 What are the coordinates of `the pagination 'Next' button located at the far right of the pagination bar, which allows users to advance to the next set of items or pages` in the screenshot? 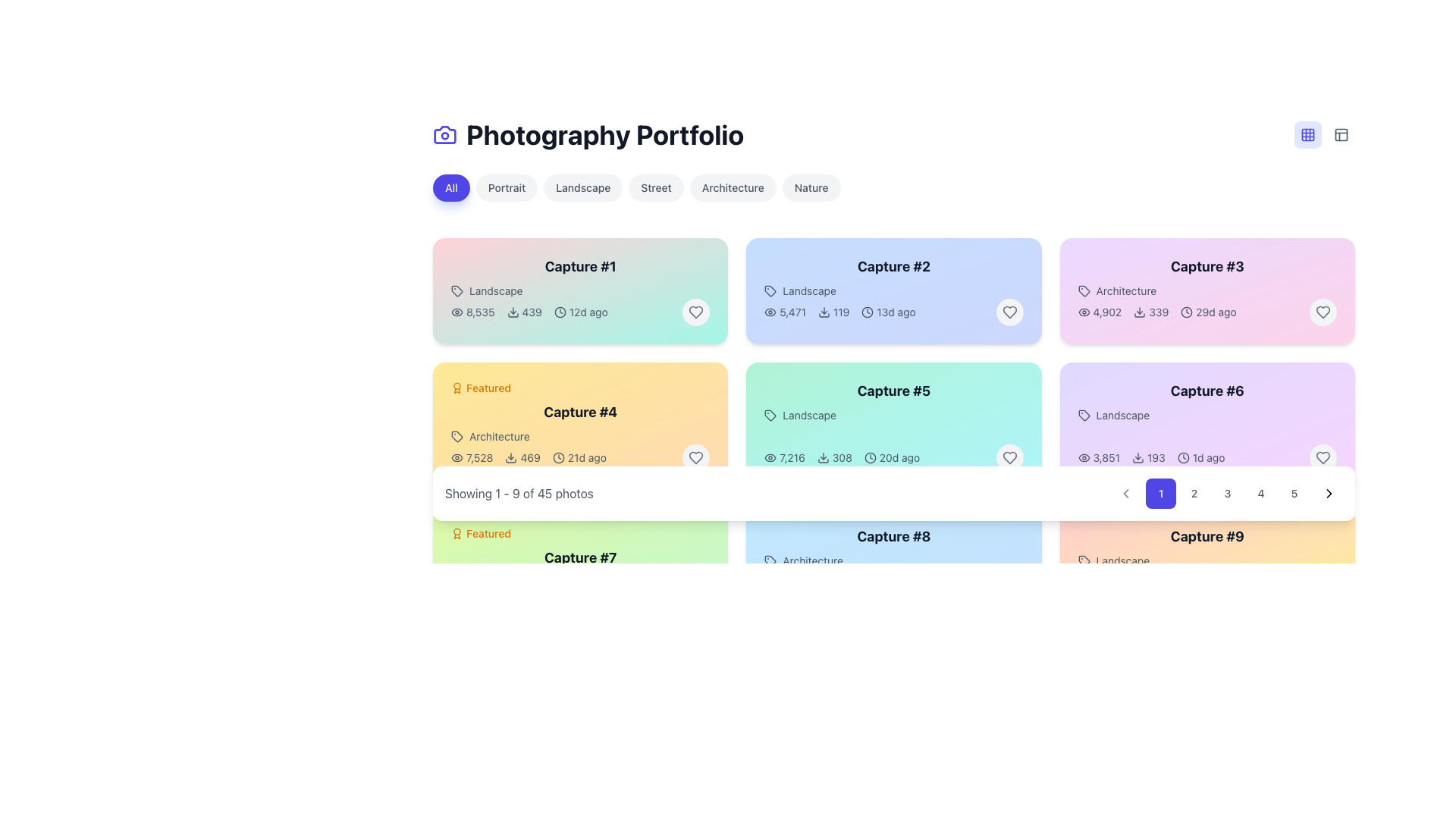 It's located at (1328, 494).